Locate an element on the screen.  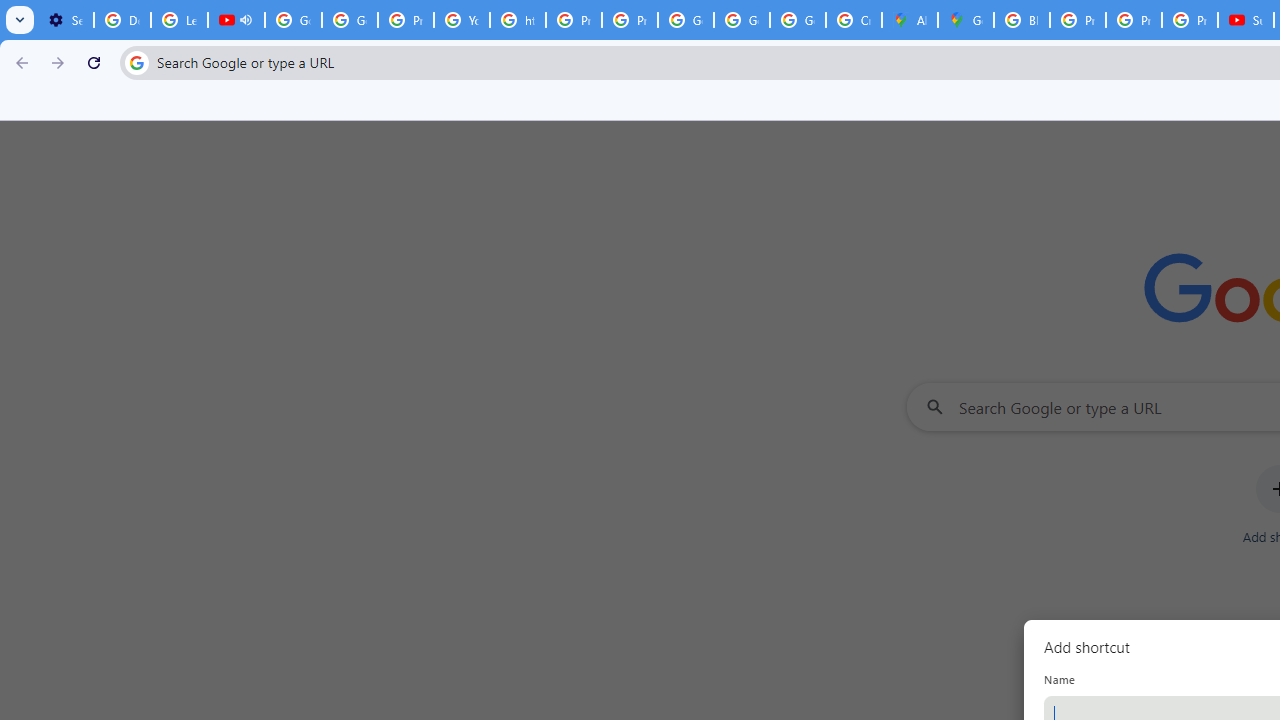
'Create your Google Account' is located at coordinates (853, 20).